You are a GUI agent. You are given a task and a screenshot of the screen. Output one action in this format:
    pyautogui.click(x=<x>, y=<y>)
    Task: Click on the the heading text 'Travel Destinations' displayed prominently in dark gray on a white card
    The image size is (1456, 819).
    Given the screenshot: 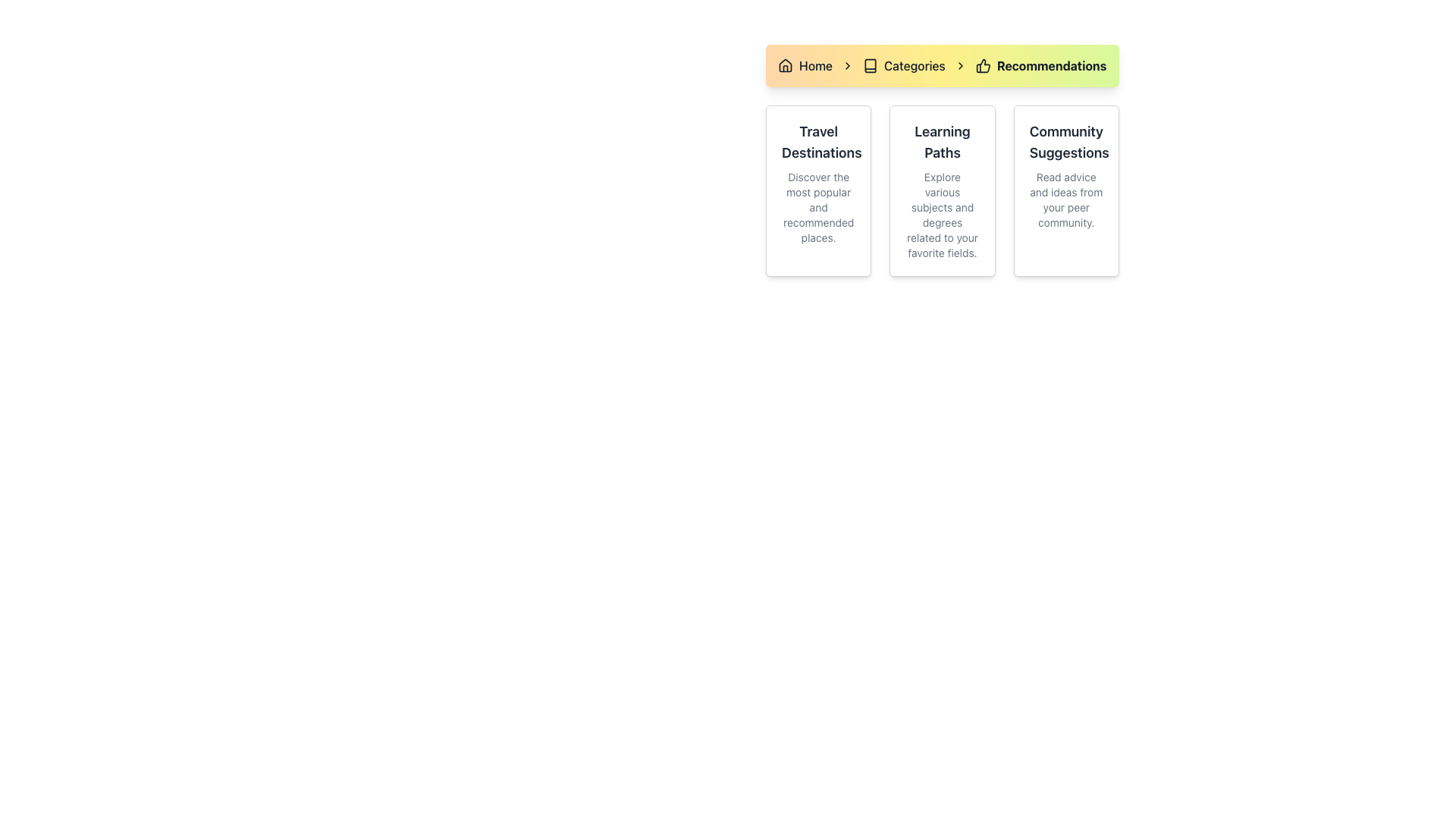 What is the action you would take?
    pyautogui.click(x=817, y=143)
    